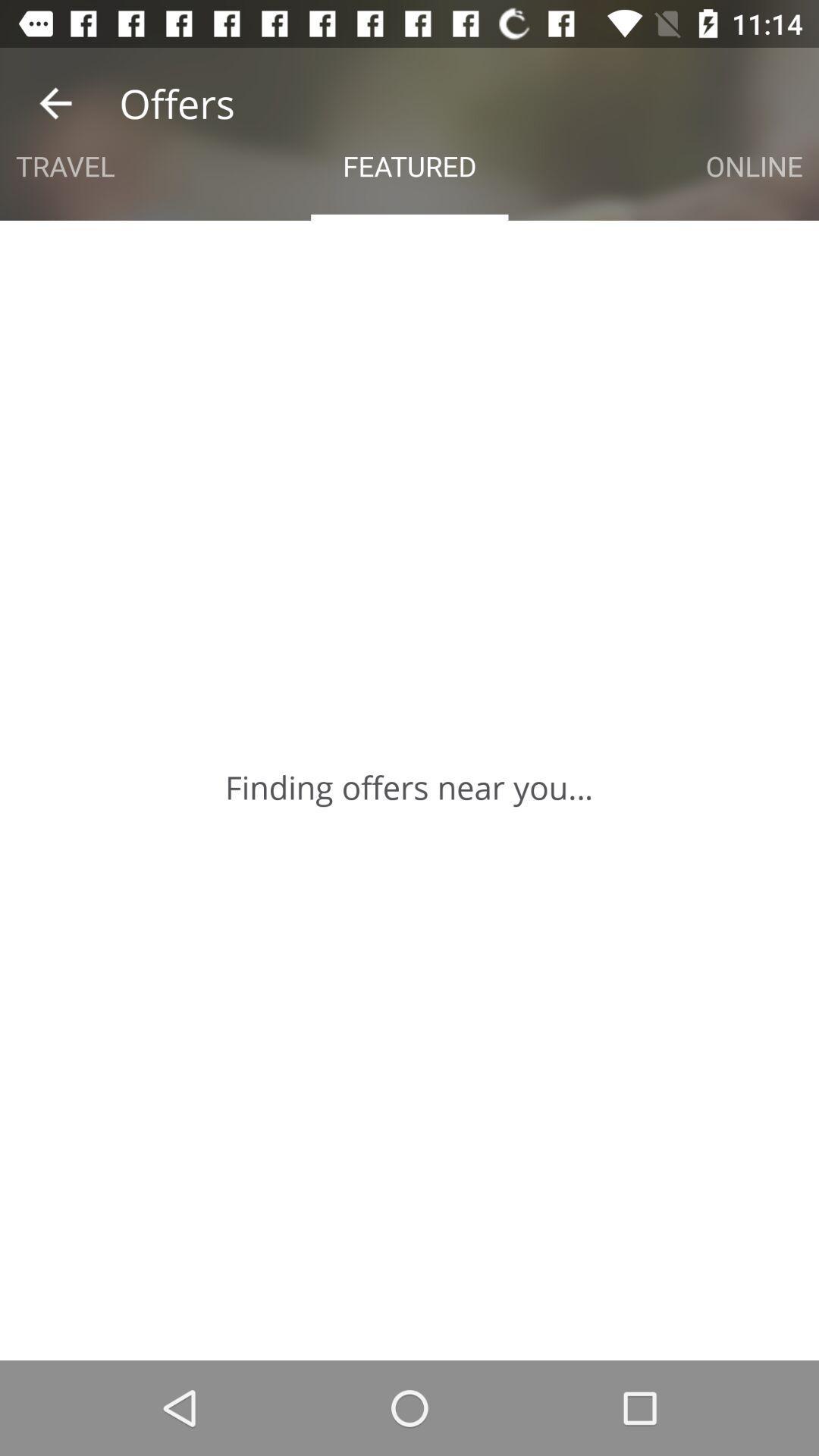  Describe the element at coordinates (64, 166) in the screenshot. I see `the icon to the left of featured app` at that location.